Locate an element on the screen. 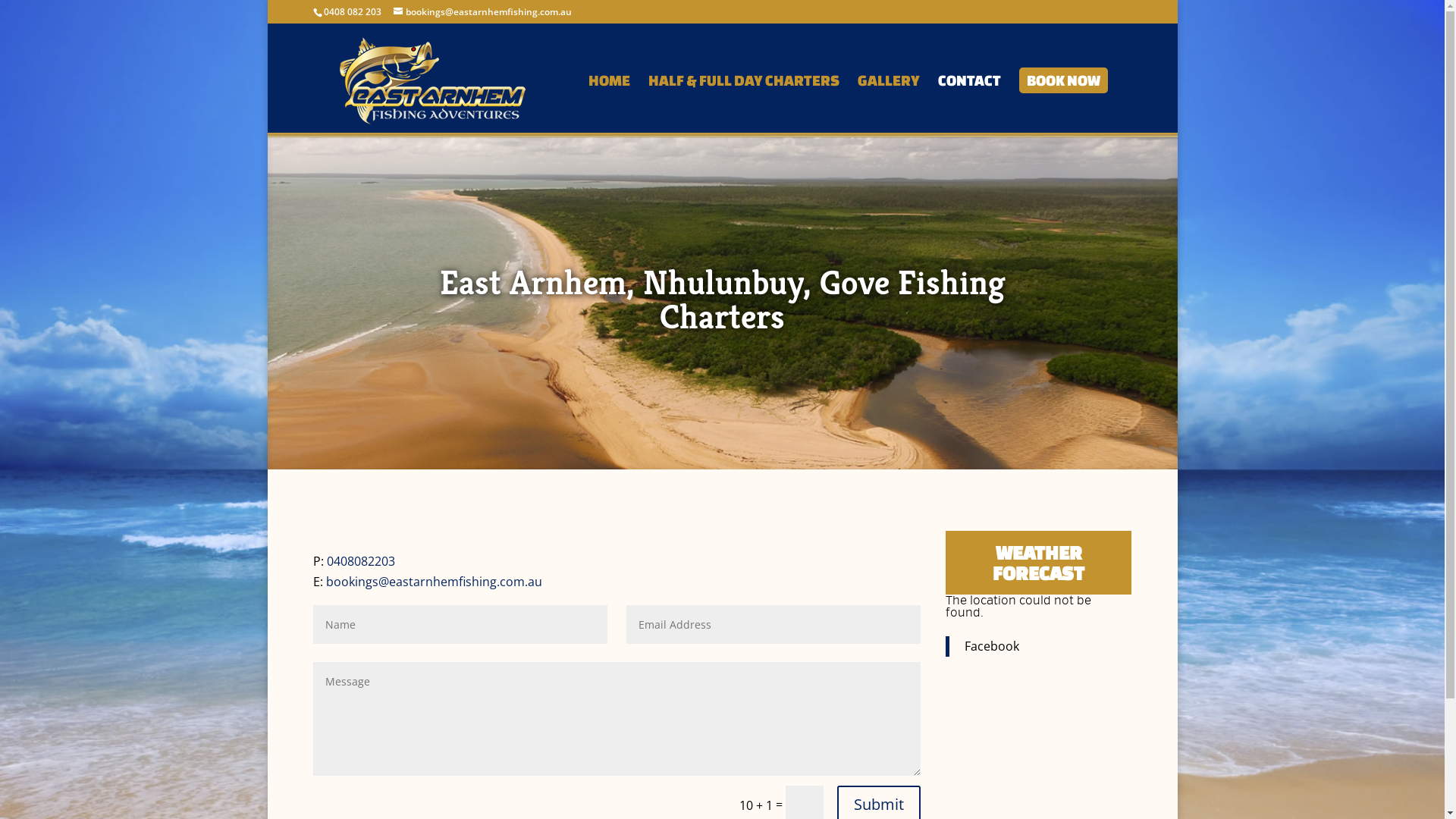  'BOOK NOW' is located at coordinates (1062, 102).